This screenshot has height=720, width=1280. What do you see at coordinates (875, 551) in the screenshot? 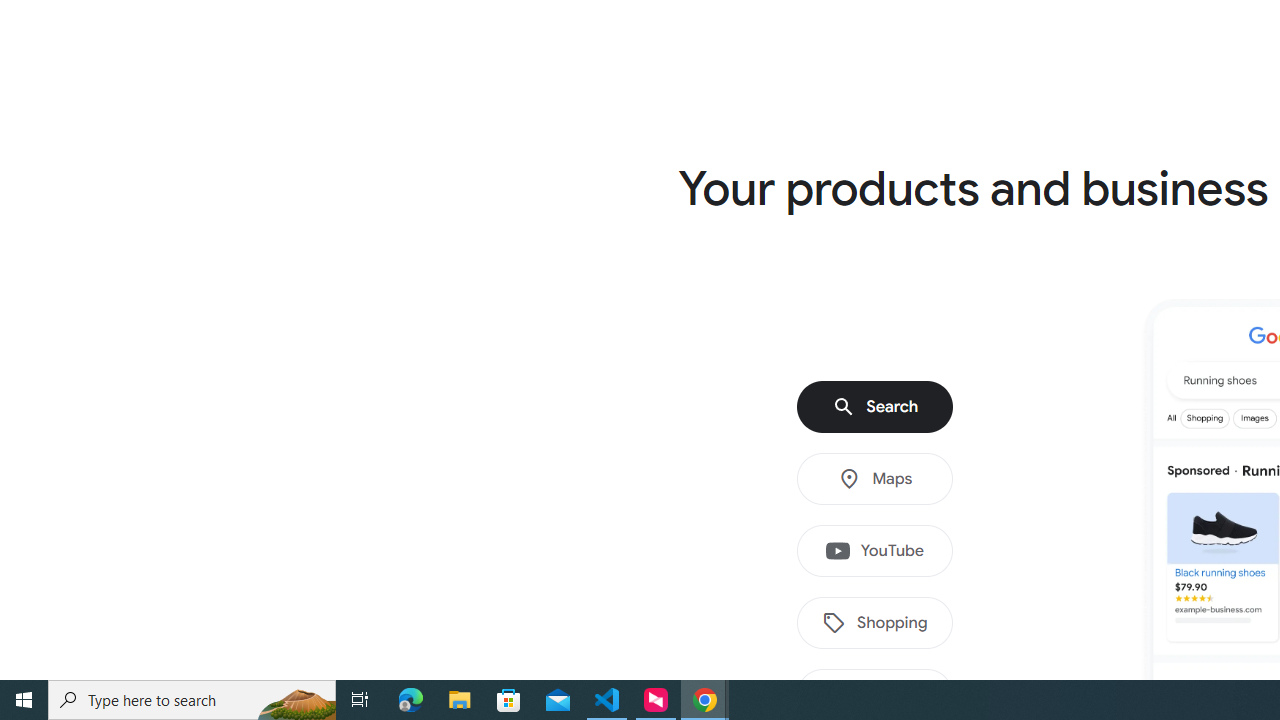
I see `'YouTube'` at bounding box center [875, 551].